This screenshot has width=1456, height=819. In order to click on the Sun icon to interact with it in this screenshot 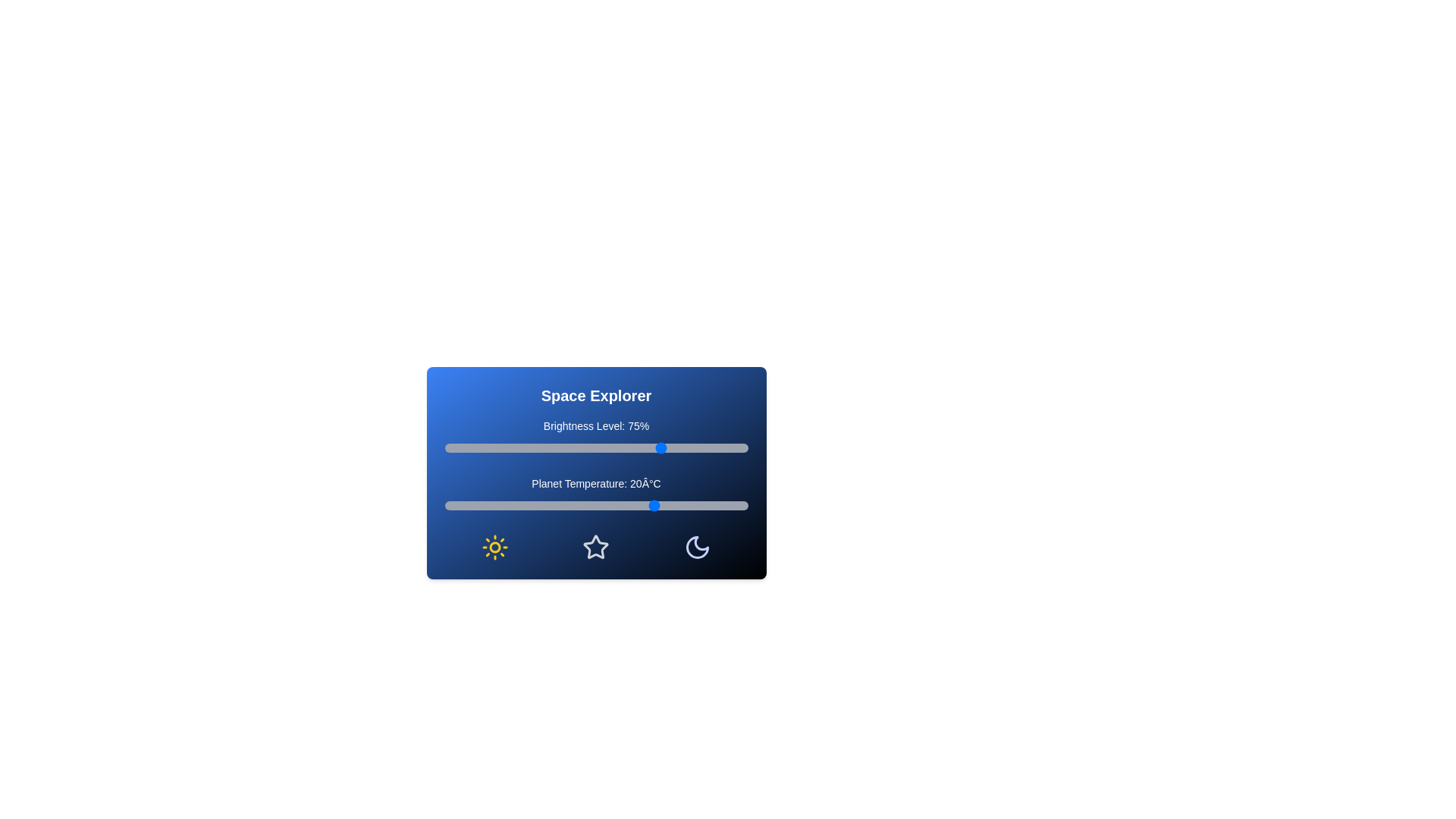, I will do `click(494, 547)`.